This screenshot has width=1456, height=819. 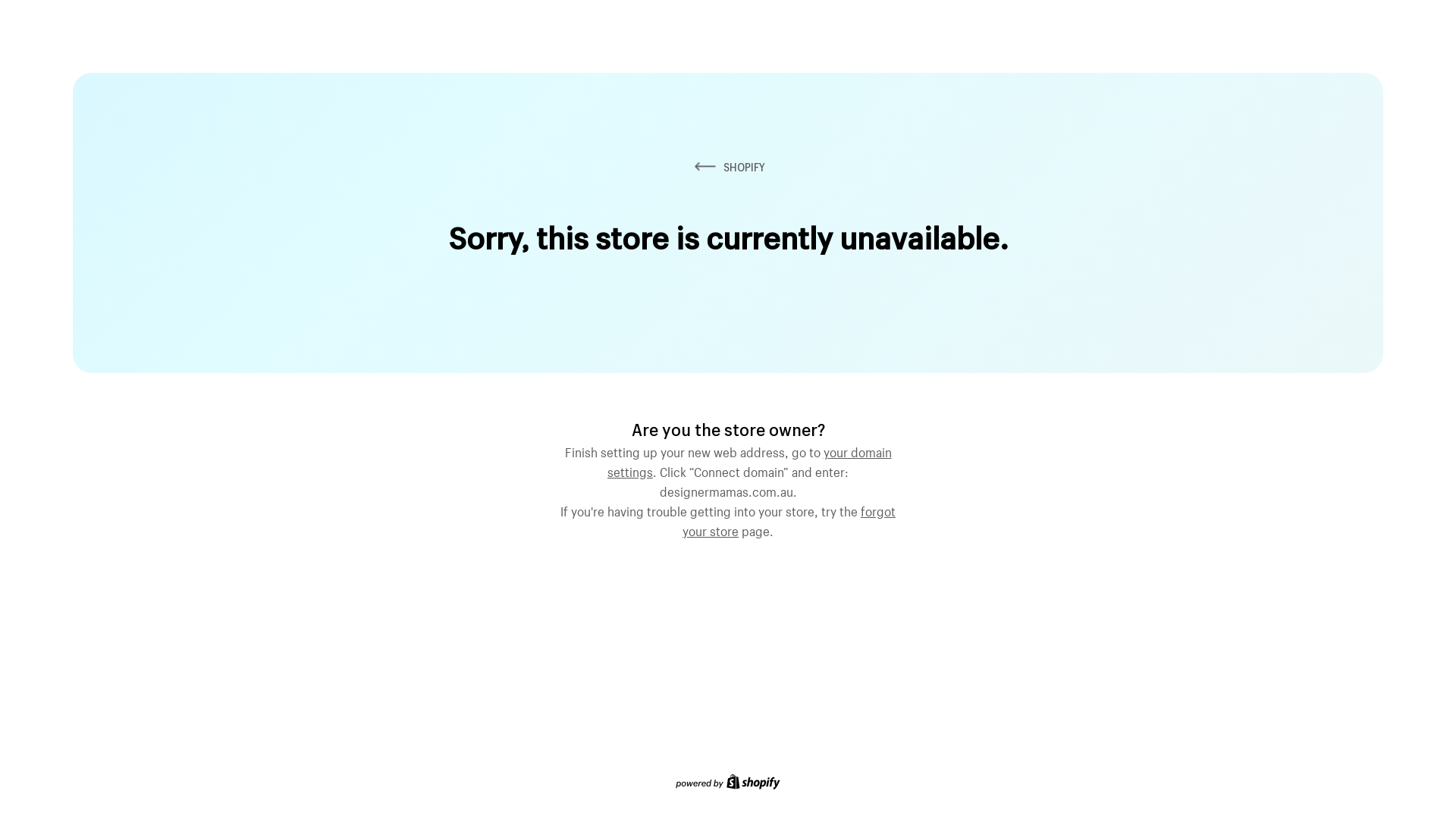 What do you see at coordinates (789, 519) in the screenshot?
I see `'forgot your store'` at bounding box center [789, 519].